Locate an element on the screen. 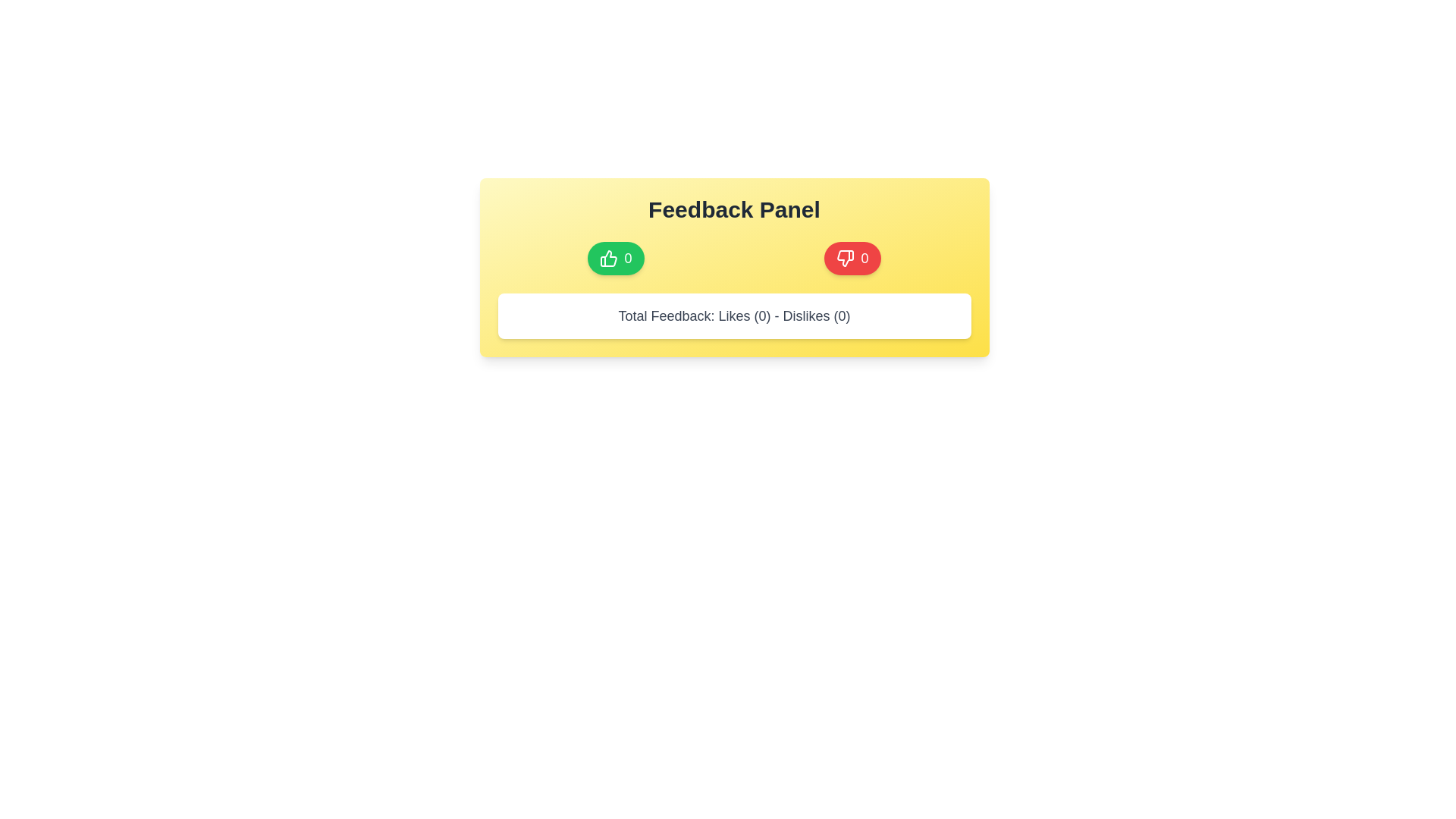 The width and height of the screenshot is (1456, 819). the larger graphical thumbs-up icon with a green background in the Feedback Panel is located at coordinates (609, 257).